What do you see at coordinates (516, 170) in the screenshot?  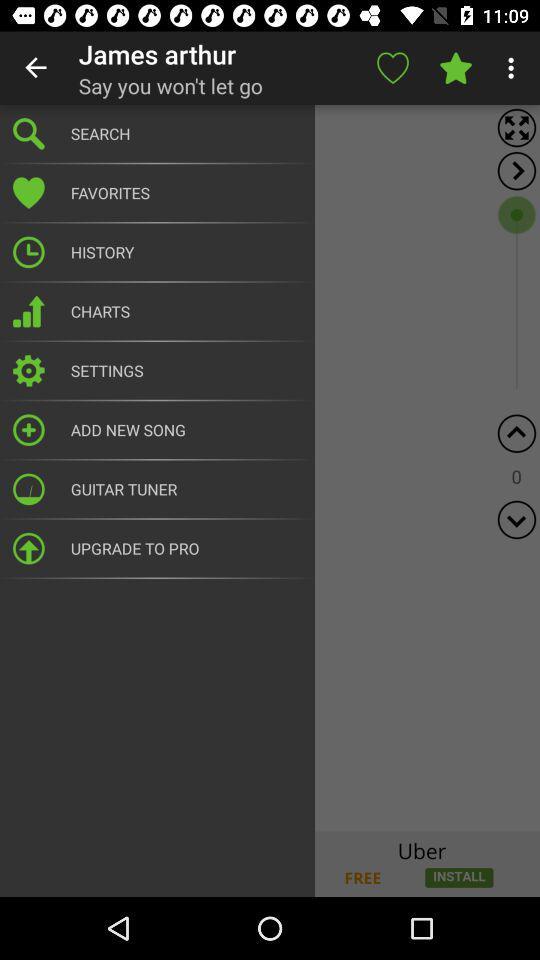 I see `expand` at bounding box center [516, 170].